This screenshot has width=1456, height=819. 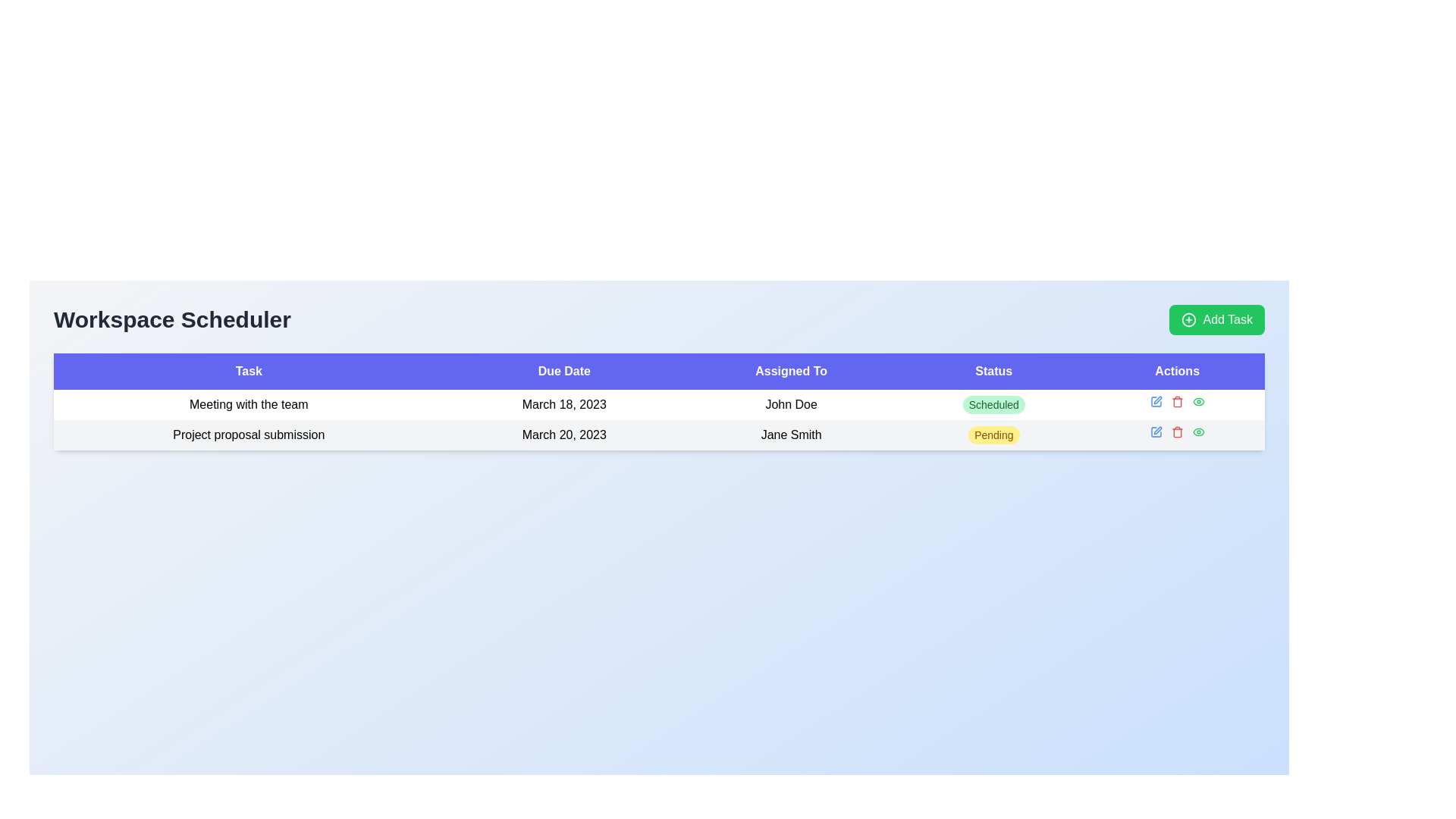 I want to click on the trash can icon button in the 'Actions' column of the table for the 'Project proposal submission', so click(x=1176, y=433).